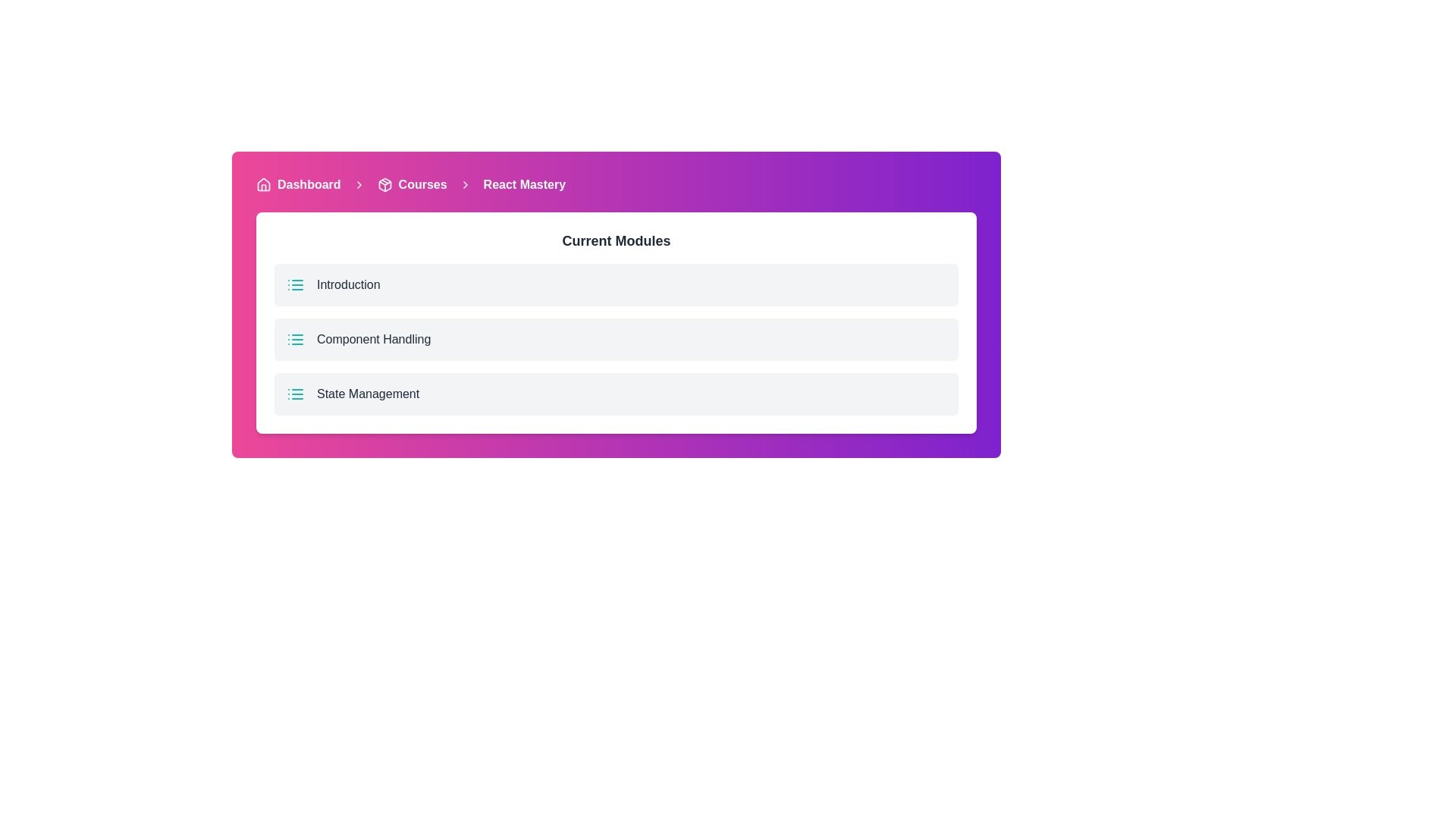 The width and height of the screenshot is (1456, 819). What do you see at coordinates (422, 184) in the screenshot?
I see `the breadcrumb hyperlink that redirects to the 'Courses' section to visualize the underline effect` at bounding box center [422, 184].